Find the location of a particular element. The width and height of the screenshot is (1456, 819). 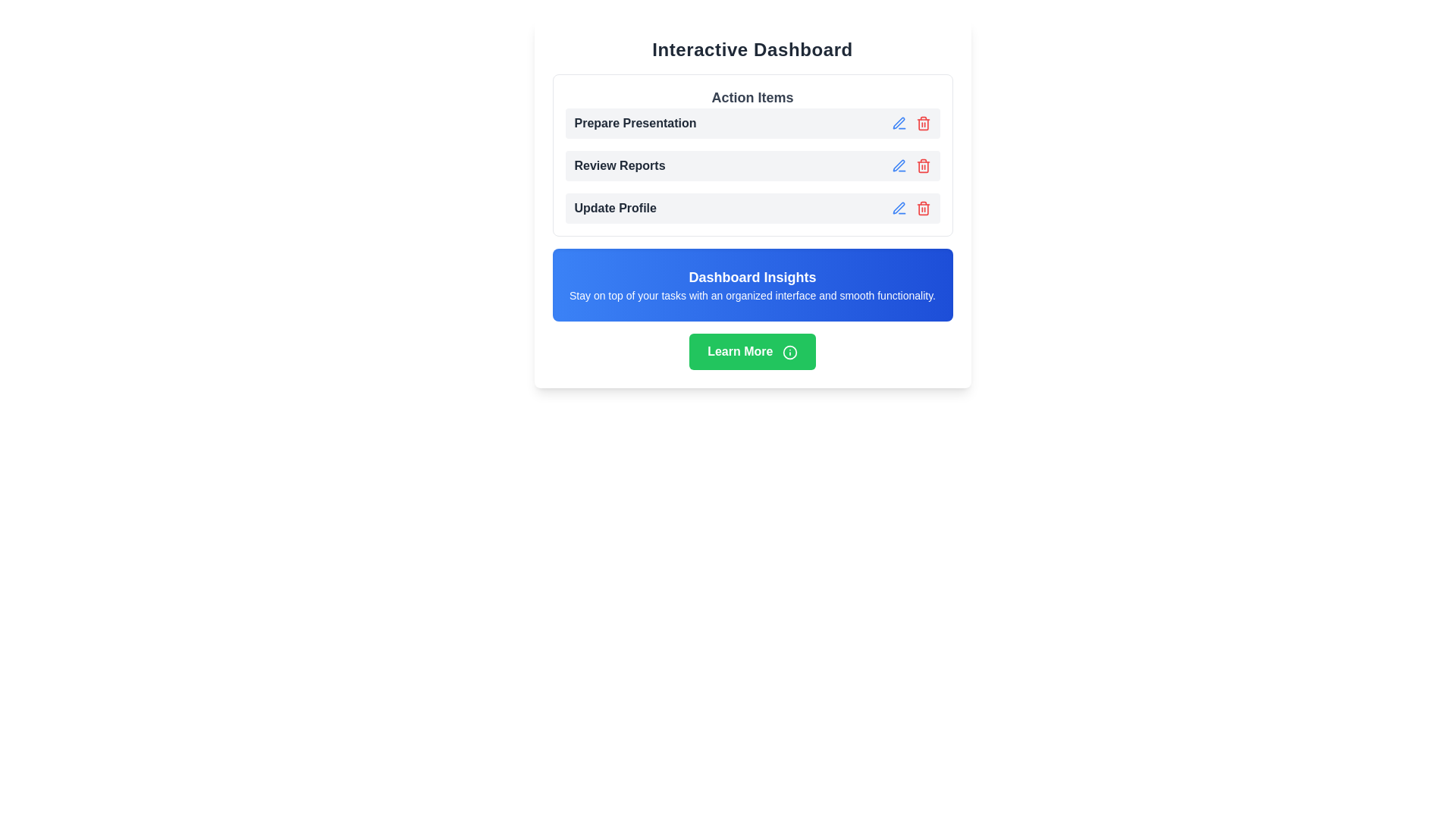

the green 'Learn More' button with rounded edges located below the 'Dashboard Insights' section is located at coordinates (752, 351).